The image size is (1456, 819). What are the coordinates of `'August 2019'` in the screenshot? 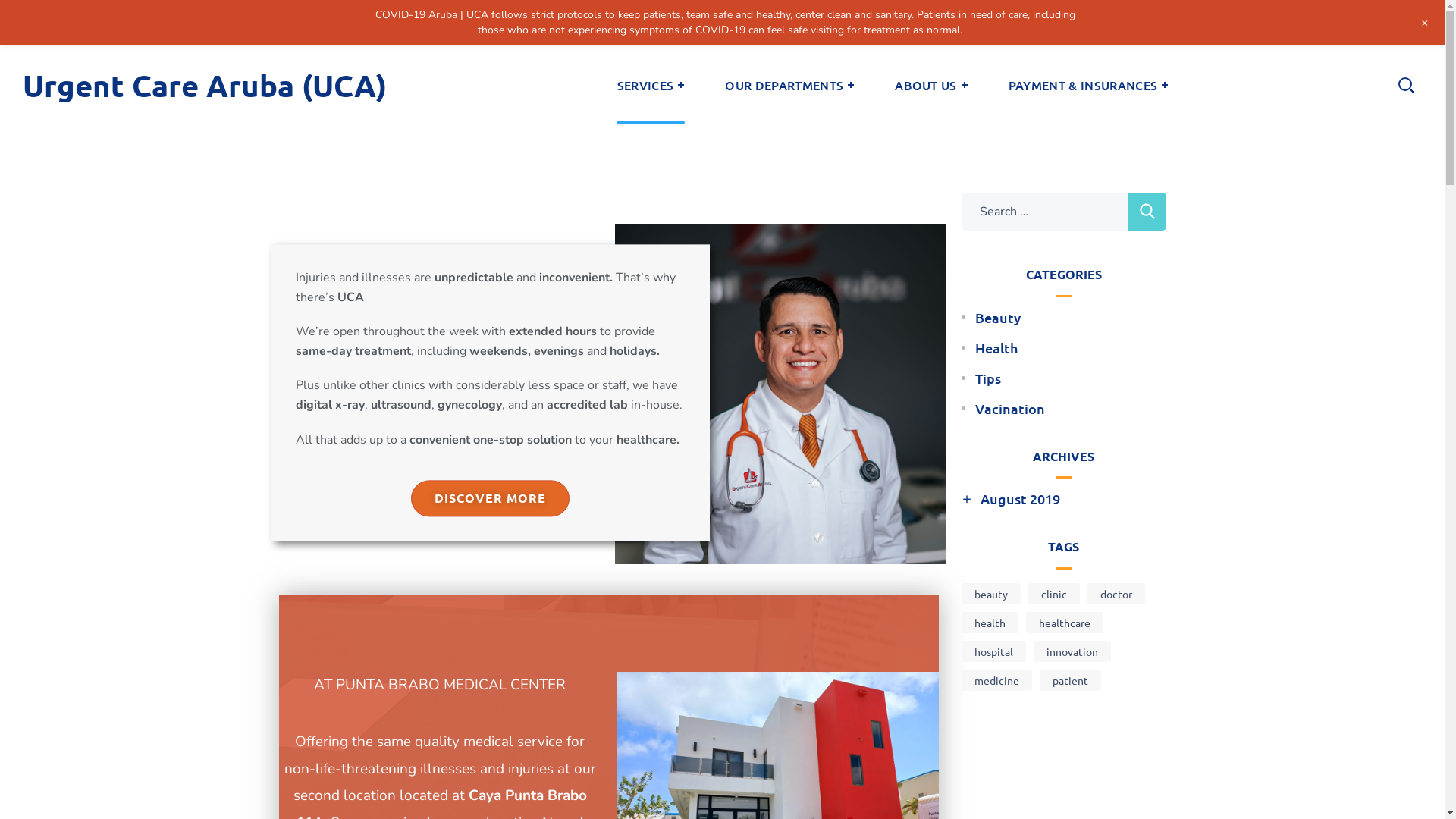 It's located at (1019, 499).